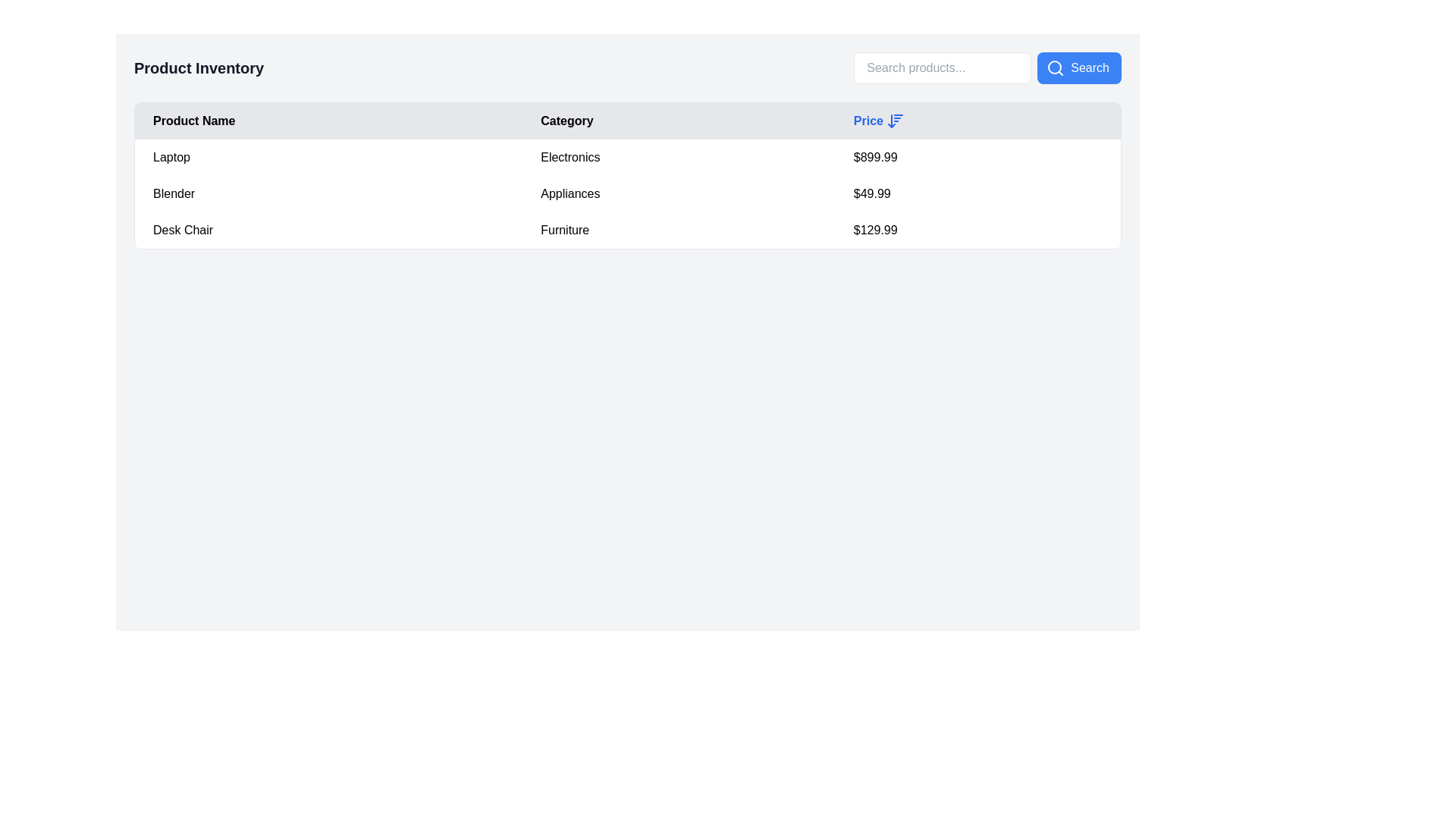 This screenshot has width=1456, height=819. I want to click on the interactive sortable column header for the 'Price' column, so click(879, 120).